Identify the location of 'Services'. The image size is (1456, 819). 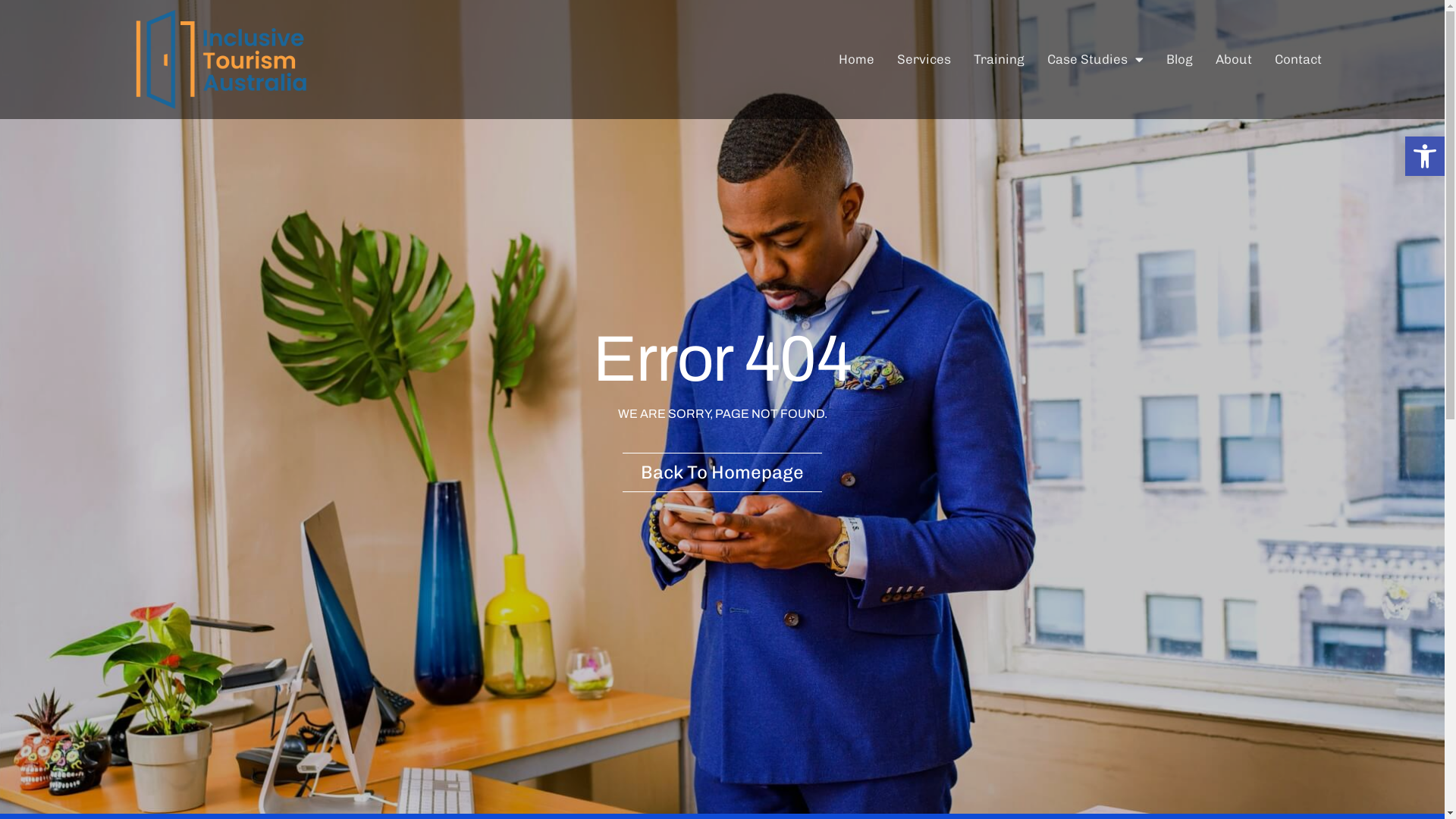
(922, 58).